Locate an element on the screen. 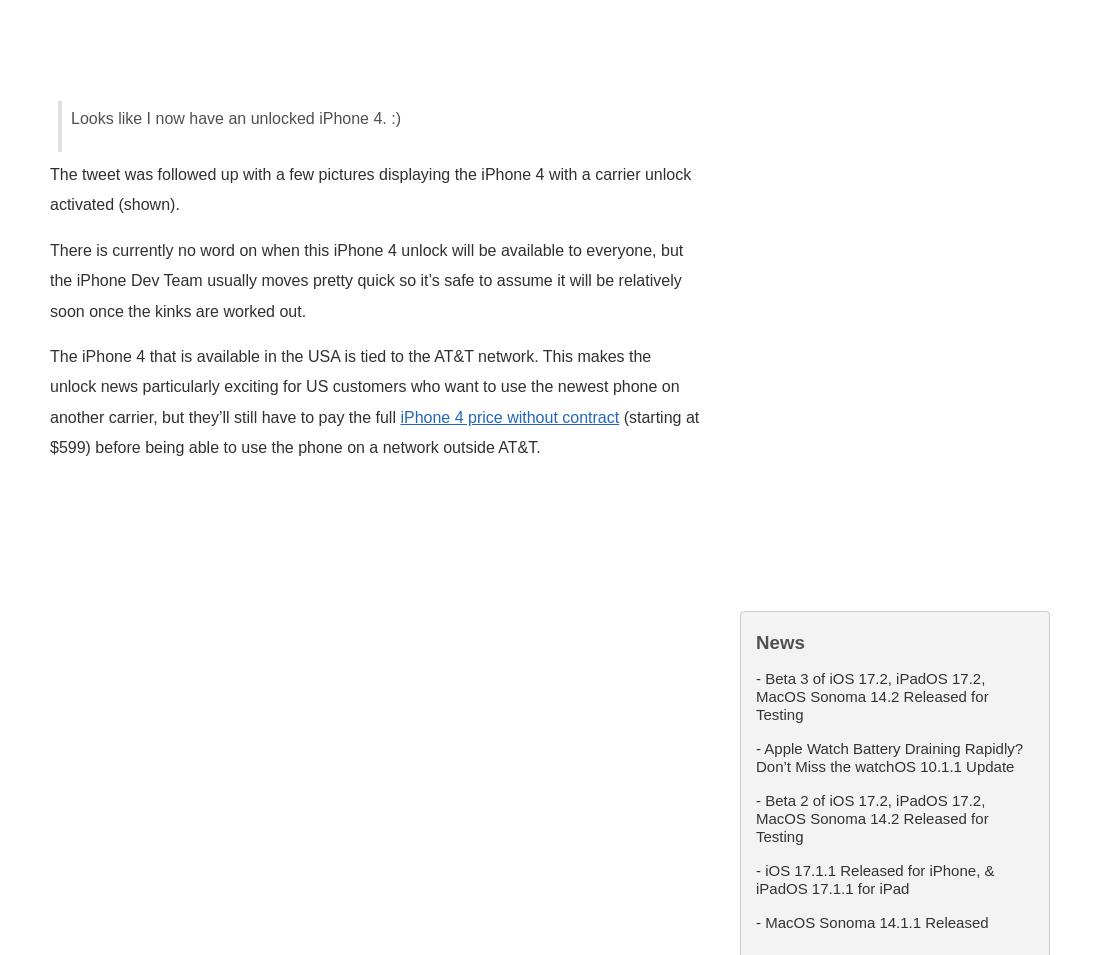 The image size is (1100, 955). 'There is currently no word on when this iPhone 4 unlock will be available to everyone, but the iPhone Dev Team usually moves pretty quick so it’s safe to assume it will be relatively soon once the kinks are worked out.' is located at coordinates (366, 280).